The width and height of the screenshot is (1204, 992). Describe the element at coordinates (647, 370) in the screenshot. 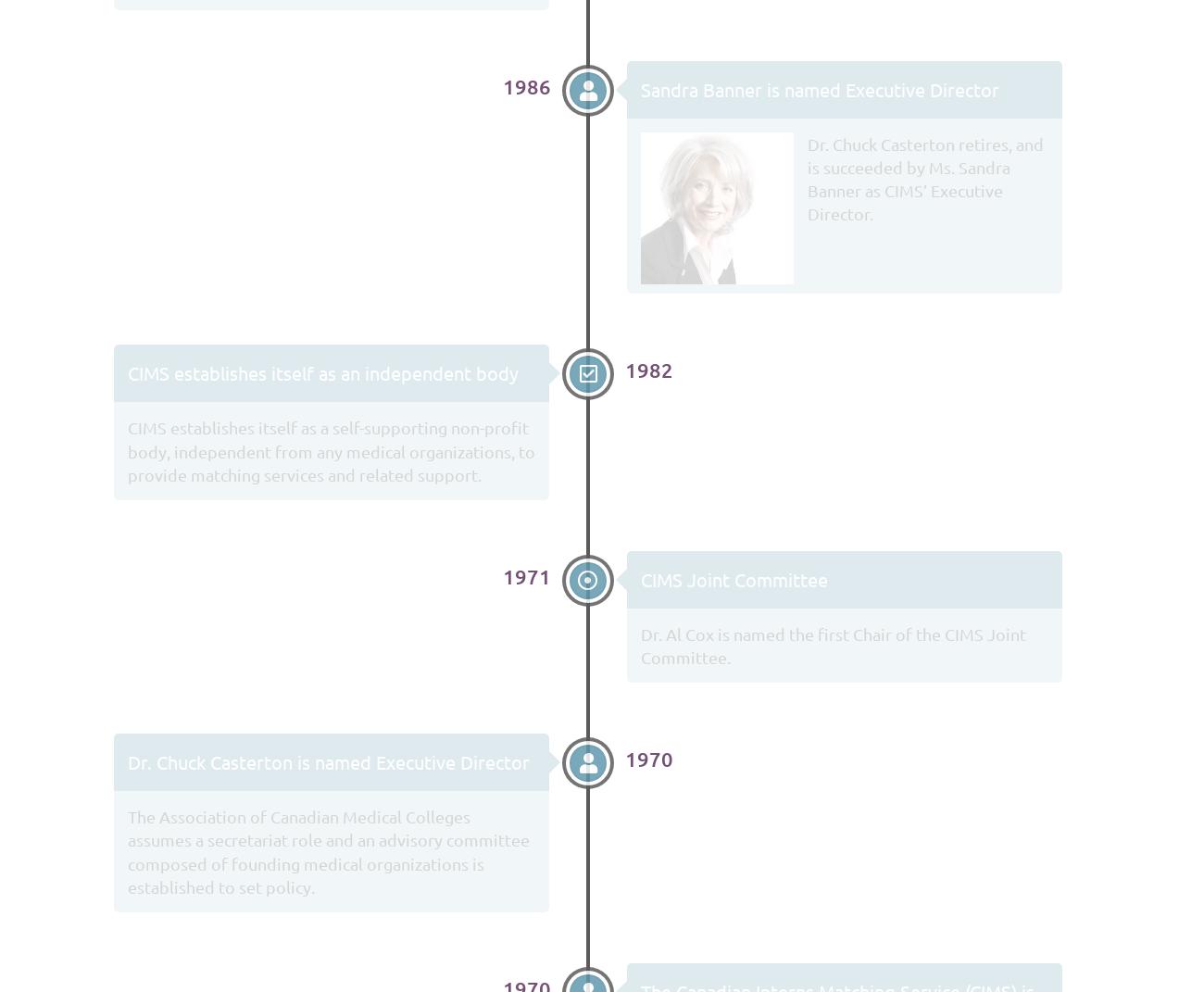

I see `'1982'` at that location.